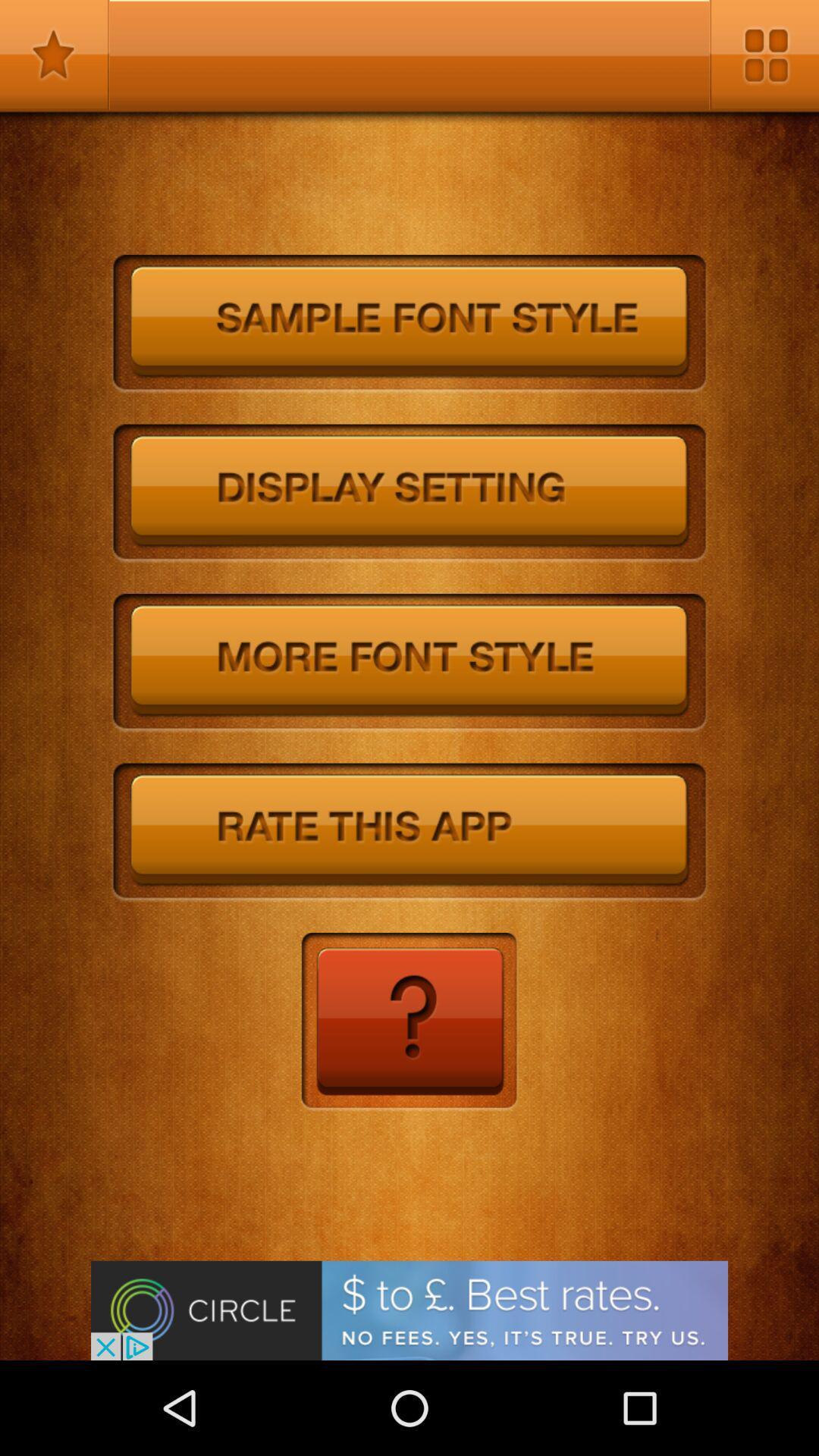 Image resolution: width=819 pixels, height=1456 pixels. I want to click on open app help, so click(408, 1022).